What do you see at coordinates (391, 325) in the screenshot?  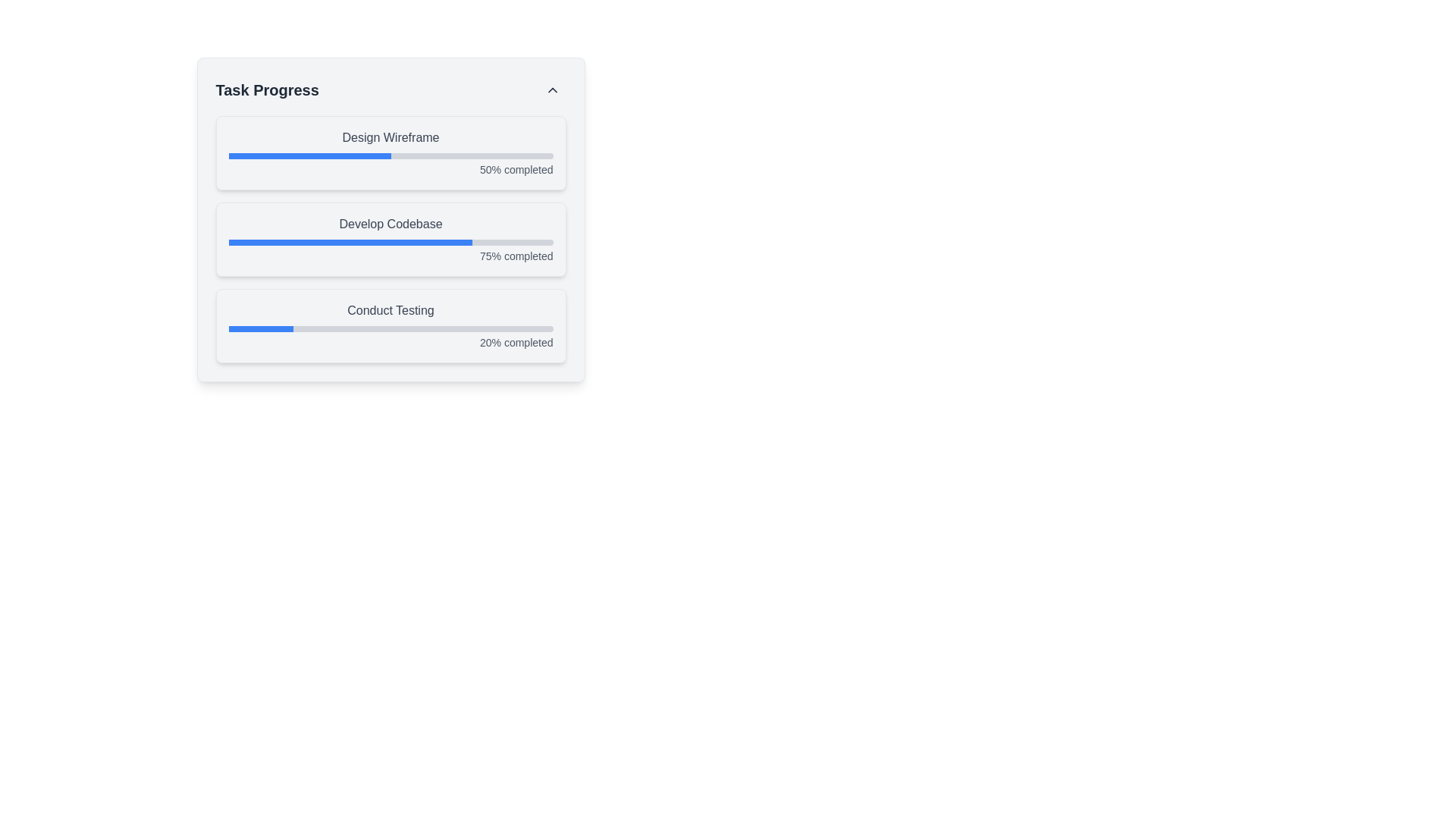 I see `the Progress Card displaying the progress of the 'Conduct Testing' task, located at the bottom of the vertical stack of progress cards` at bounding box center [391, 325].